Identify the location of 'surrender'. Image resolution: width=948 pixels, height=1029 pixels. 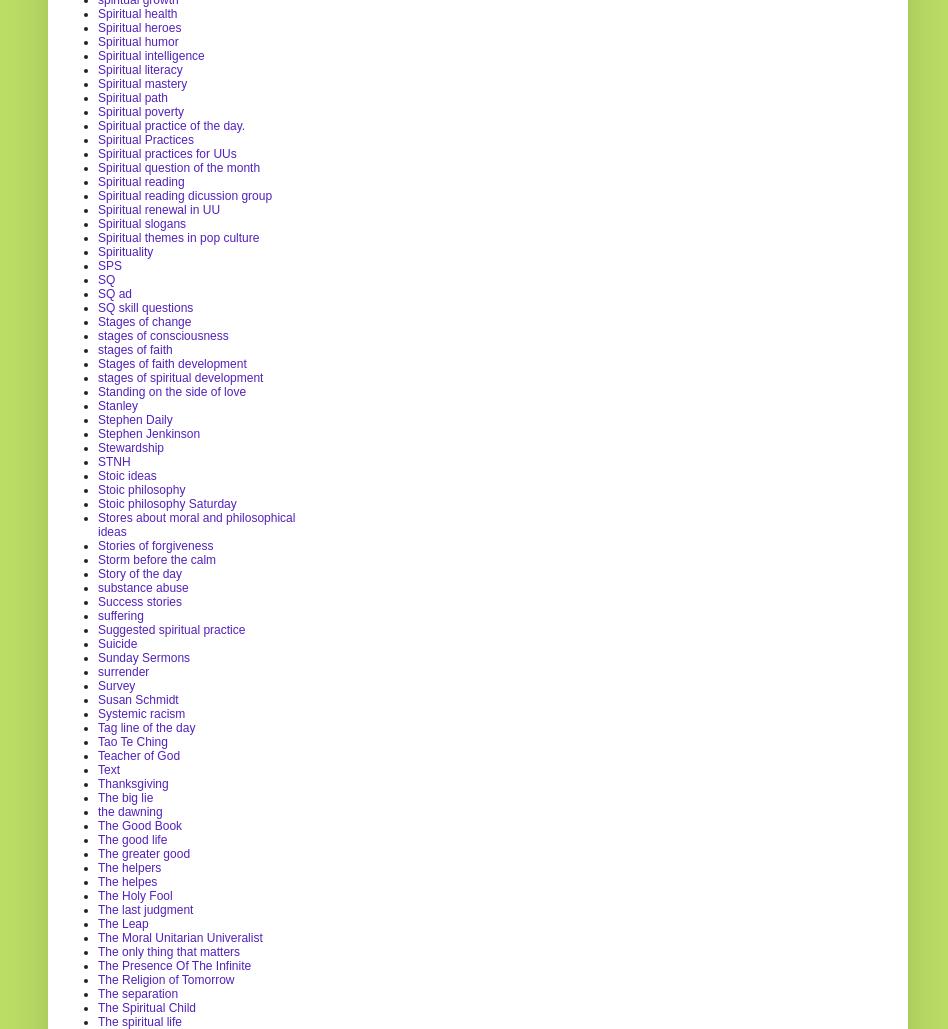
(122, 670).